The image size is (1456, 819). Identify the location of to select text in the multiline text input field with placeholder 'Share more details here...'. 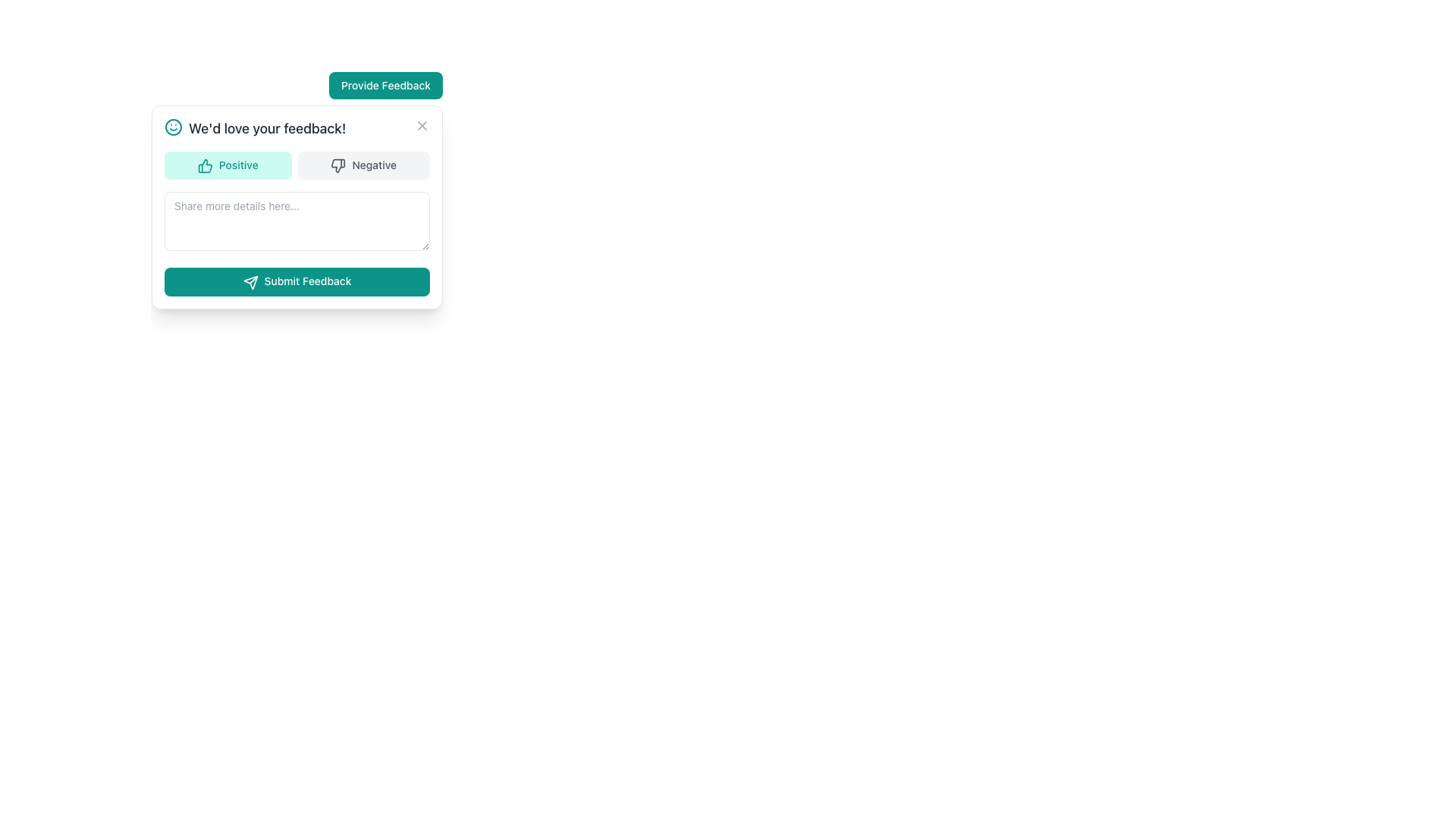
(297, 221).